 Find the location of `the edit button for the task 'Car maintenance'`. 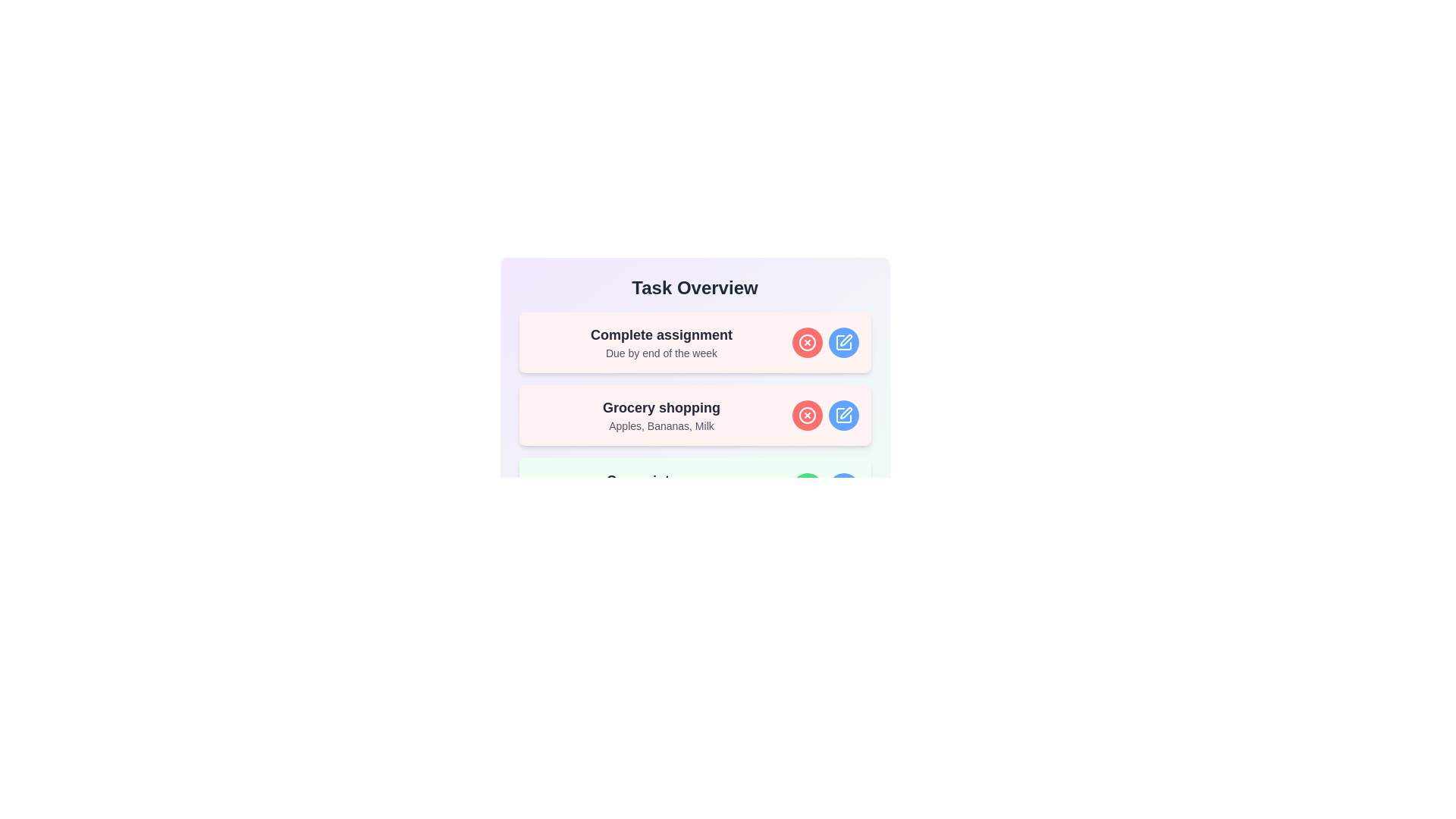

the edit button for the task 'Car maintenance' is located at coordinates (843, 488).